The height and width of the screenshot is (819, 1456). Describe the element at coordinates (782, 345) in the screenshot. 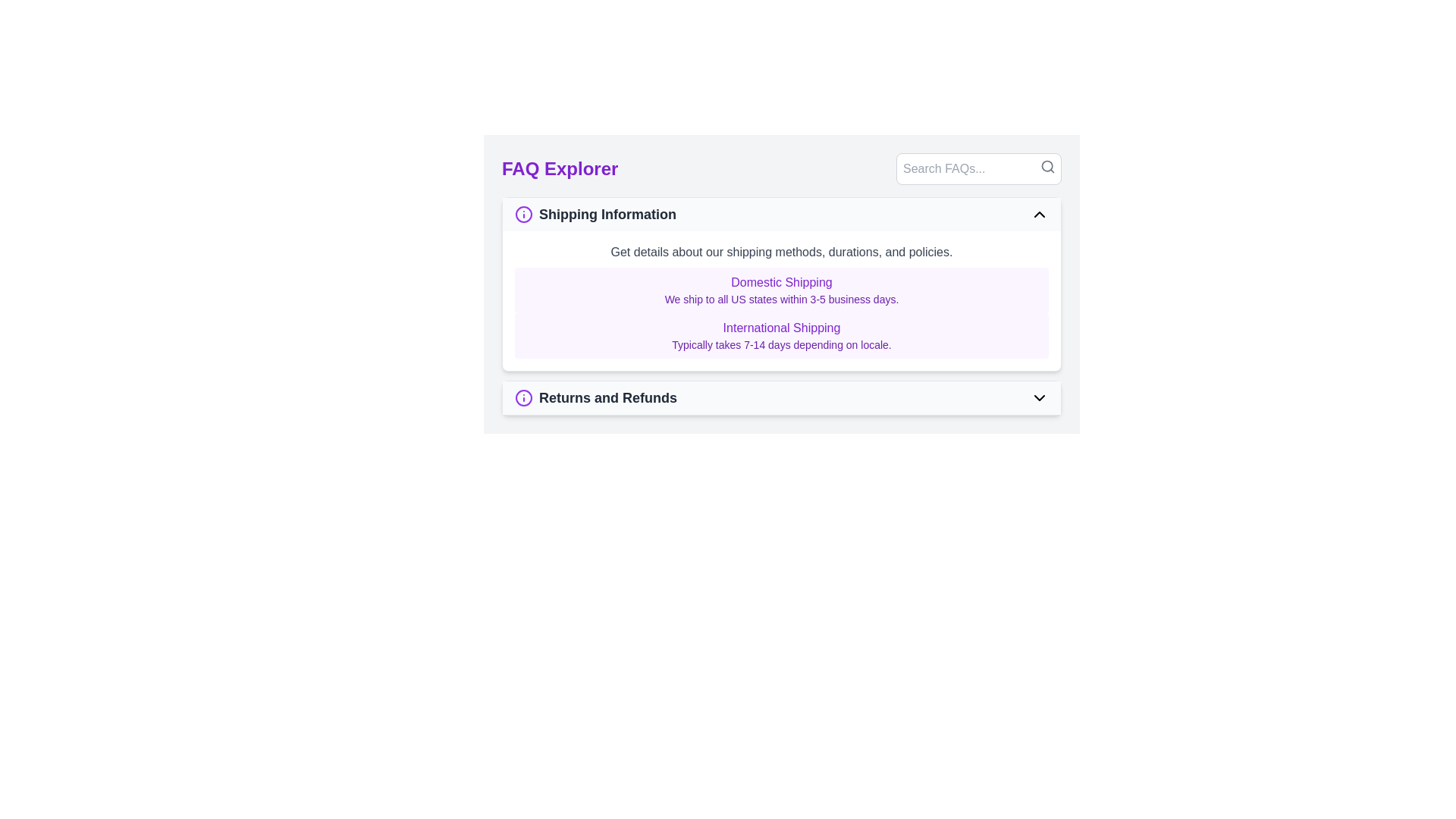

I see `the text field that provides additional details about the 'International Shipping' option, located beneath the 'International Shipping' heading within a softly-colored purple box` at that location.